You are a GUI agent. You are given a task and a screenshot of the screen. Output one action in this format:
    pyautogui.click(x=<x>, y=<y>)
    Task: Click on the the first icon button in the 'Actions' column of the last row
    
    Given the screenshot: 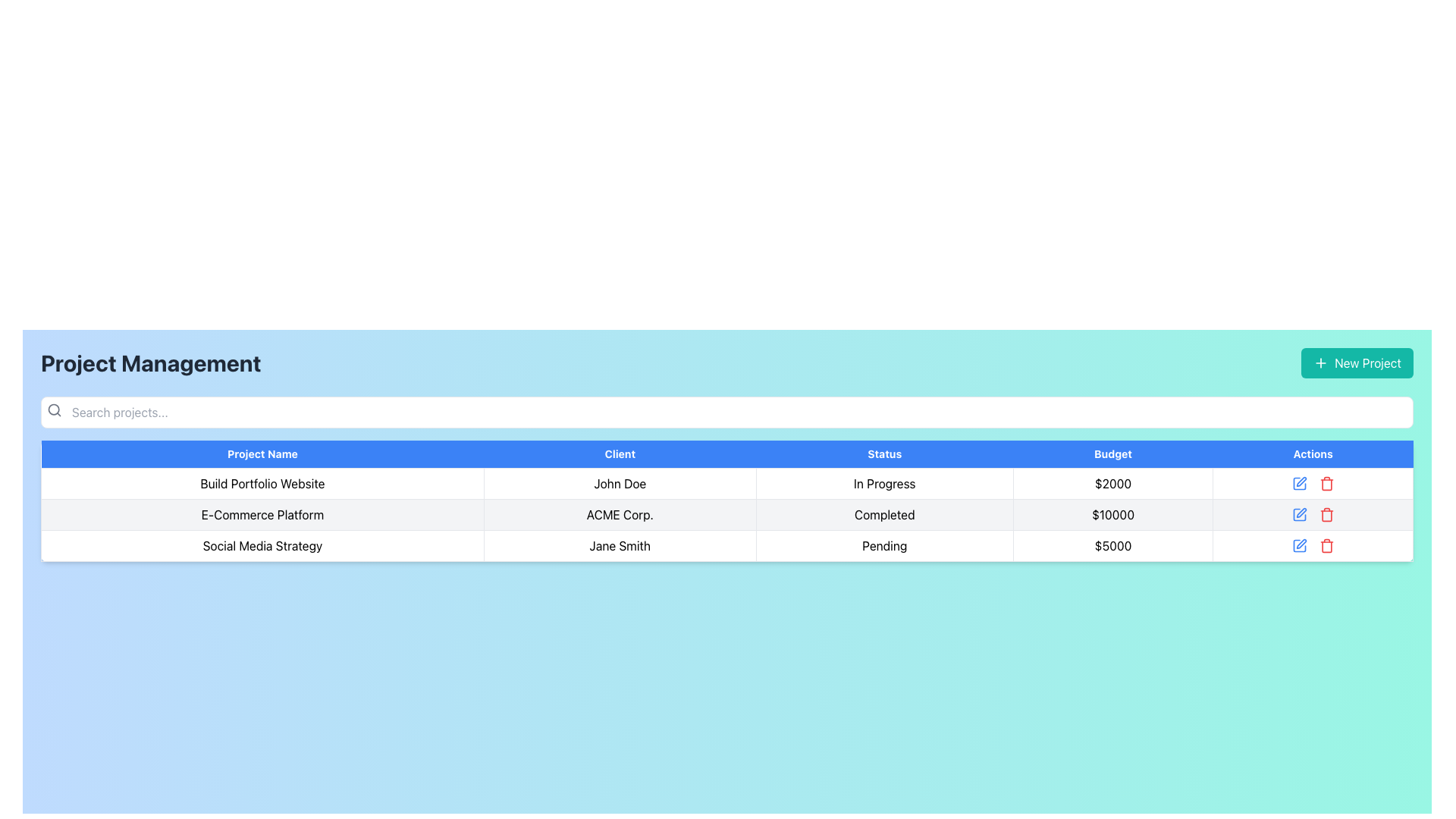 What is the action you would take?
    pyautogui.click(x=1298, y=546)
    